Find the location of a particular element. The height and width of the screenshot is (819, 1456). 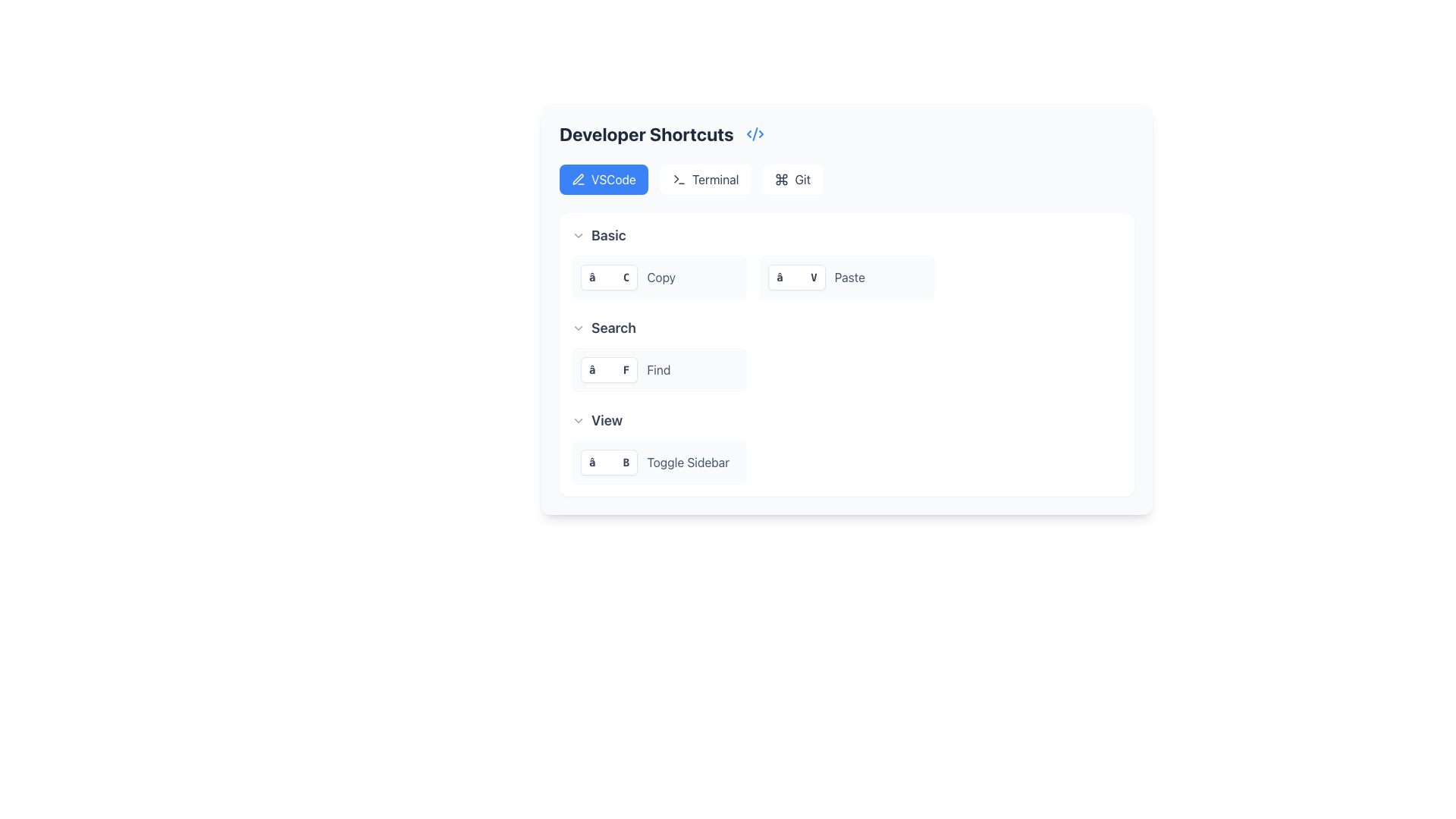

the pen-shaped vector graphic icon located within the 'VSCode' button, which has a blue background and white text, for context-specific actions is located at coordinates (578, 178).